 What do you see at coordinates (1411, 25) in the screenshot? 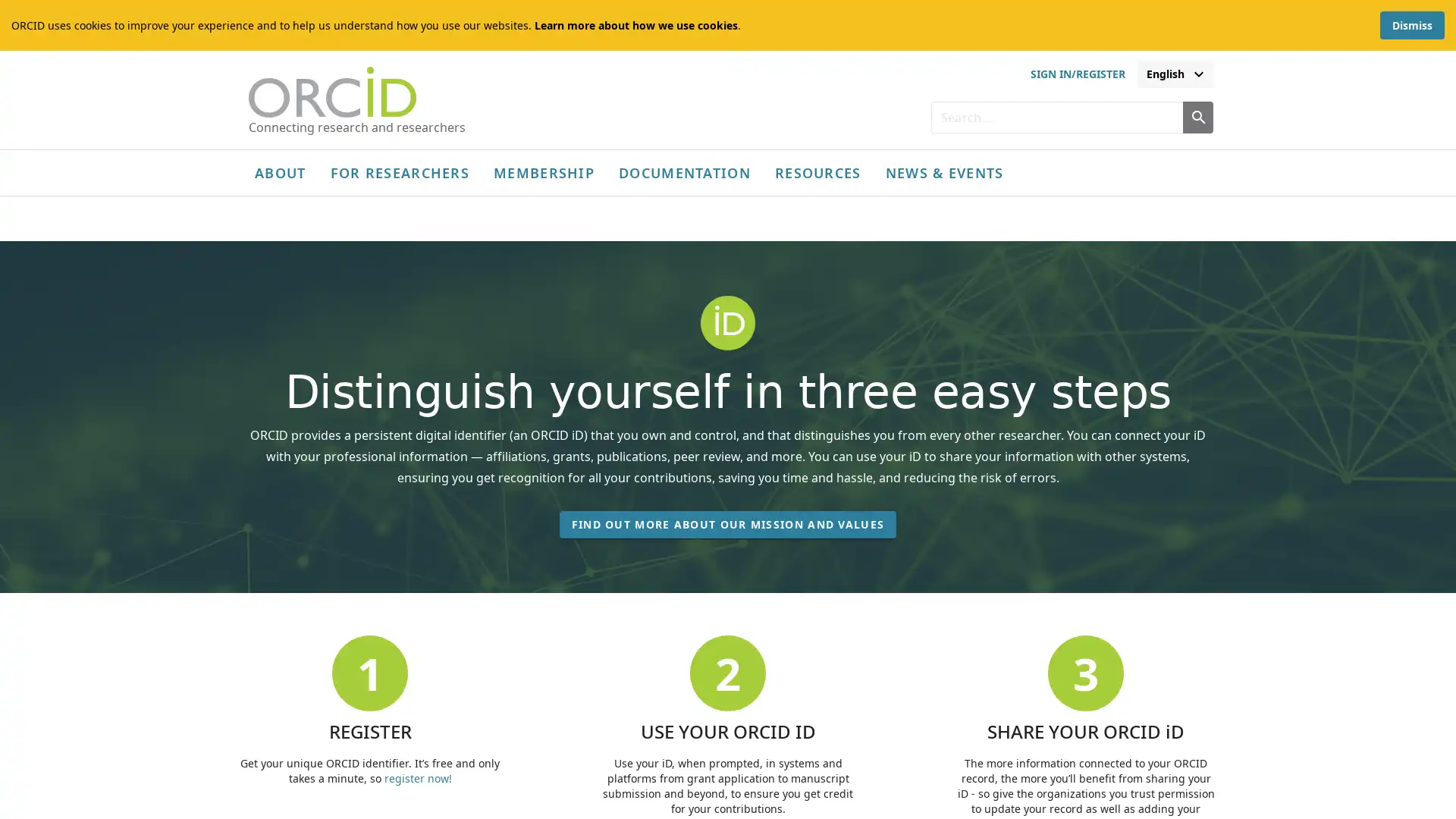
I see `Dismiss` at bounding box center [1411, 25].